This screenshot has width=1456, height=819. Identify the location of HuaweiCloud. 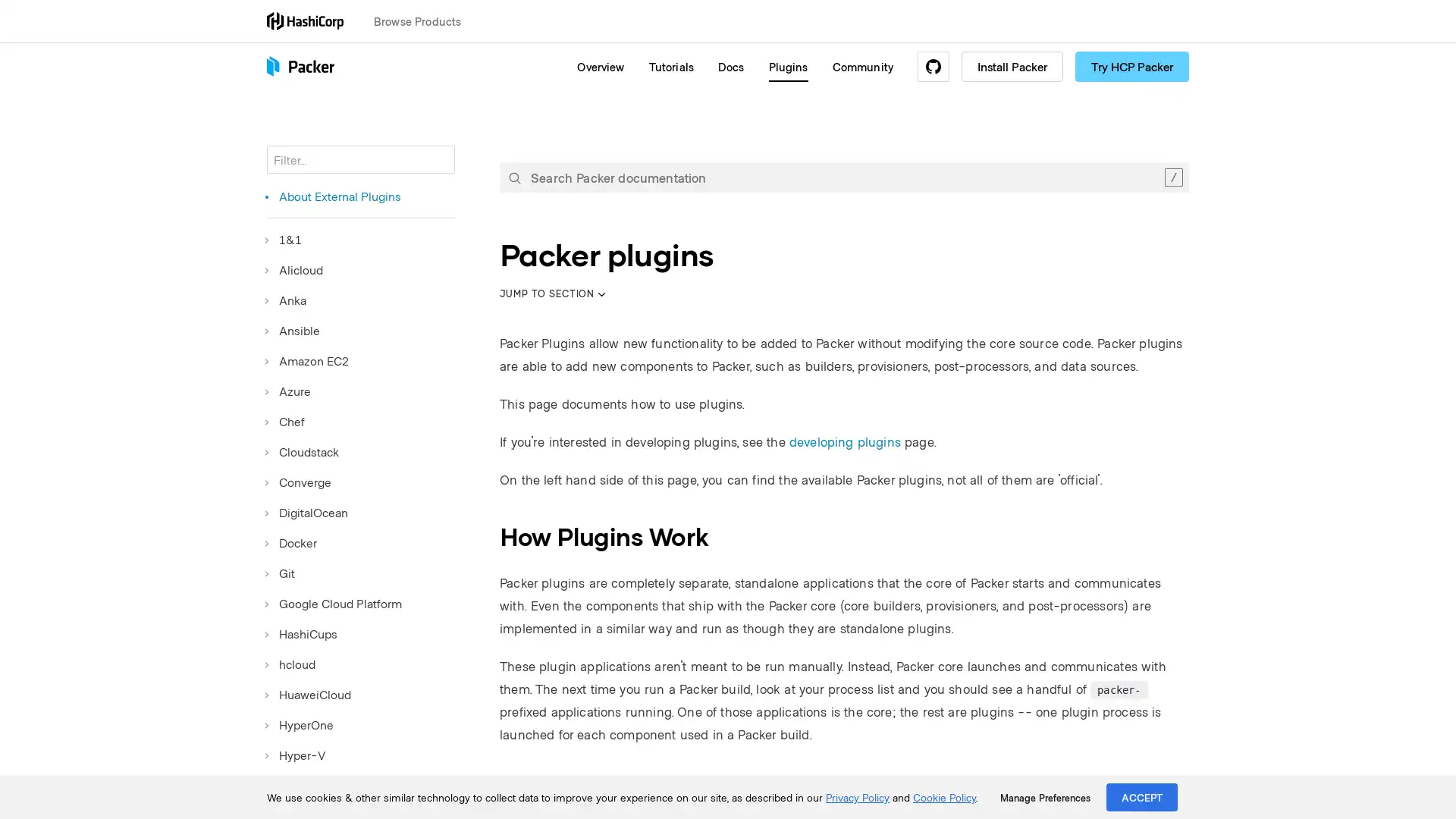
(308, 694).